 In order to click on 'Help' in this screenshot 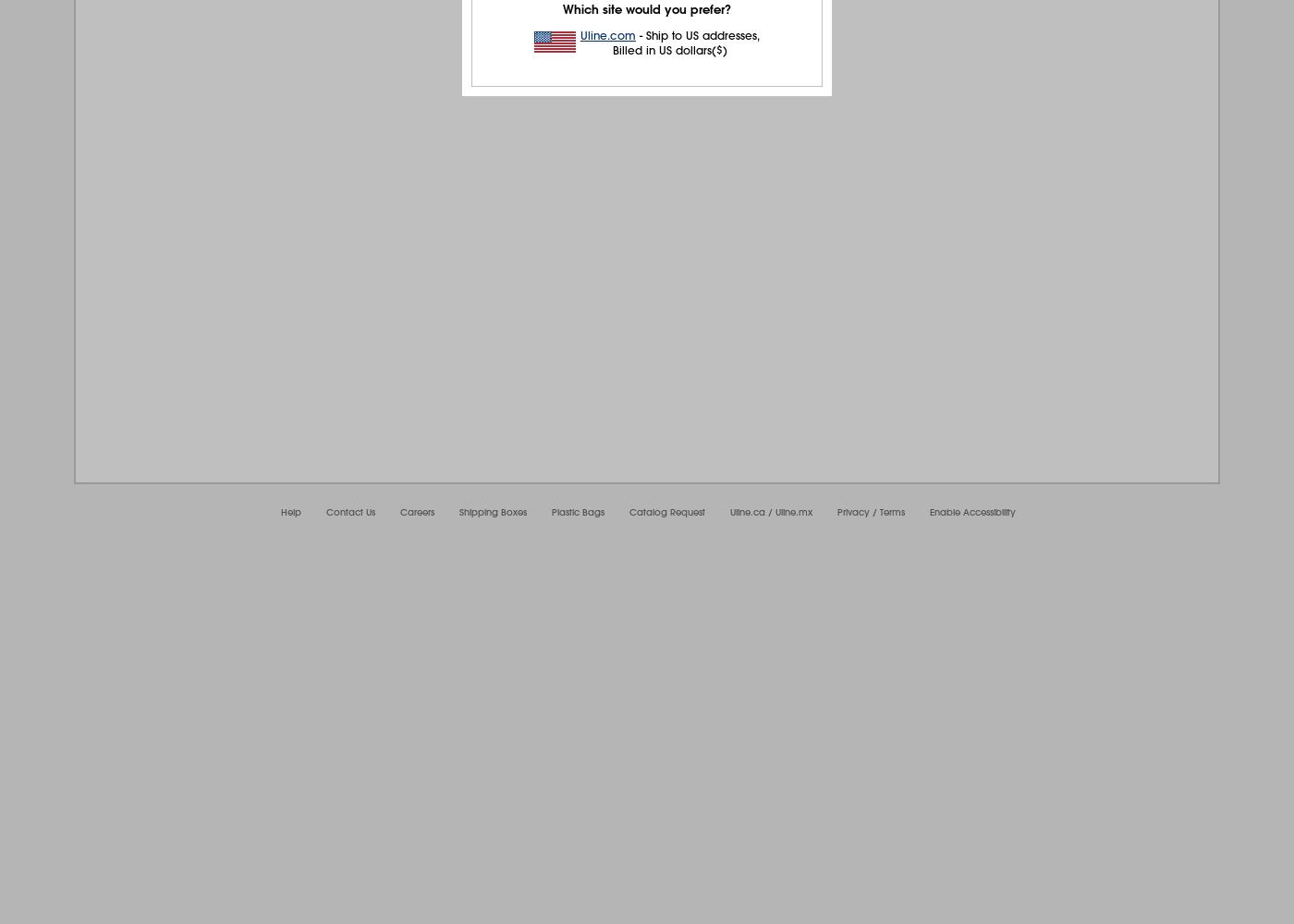, I will do `click(291, 512)`.